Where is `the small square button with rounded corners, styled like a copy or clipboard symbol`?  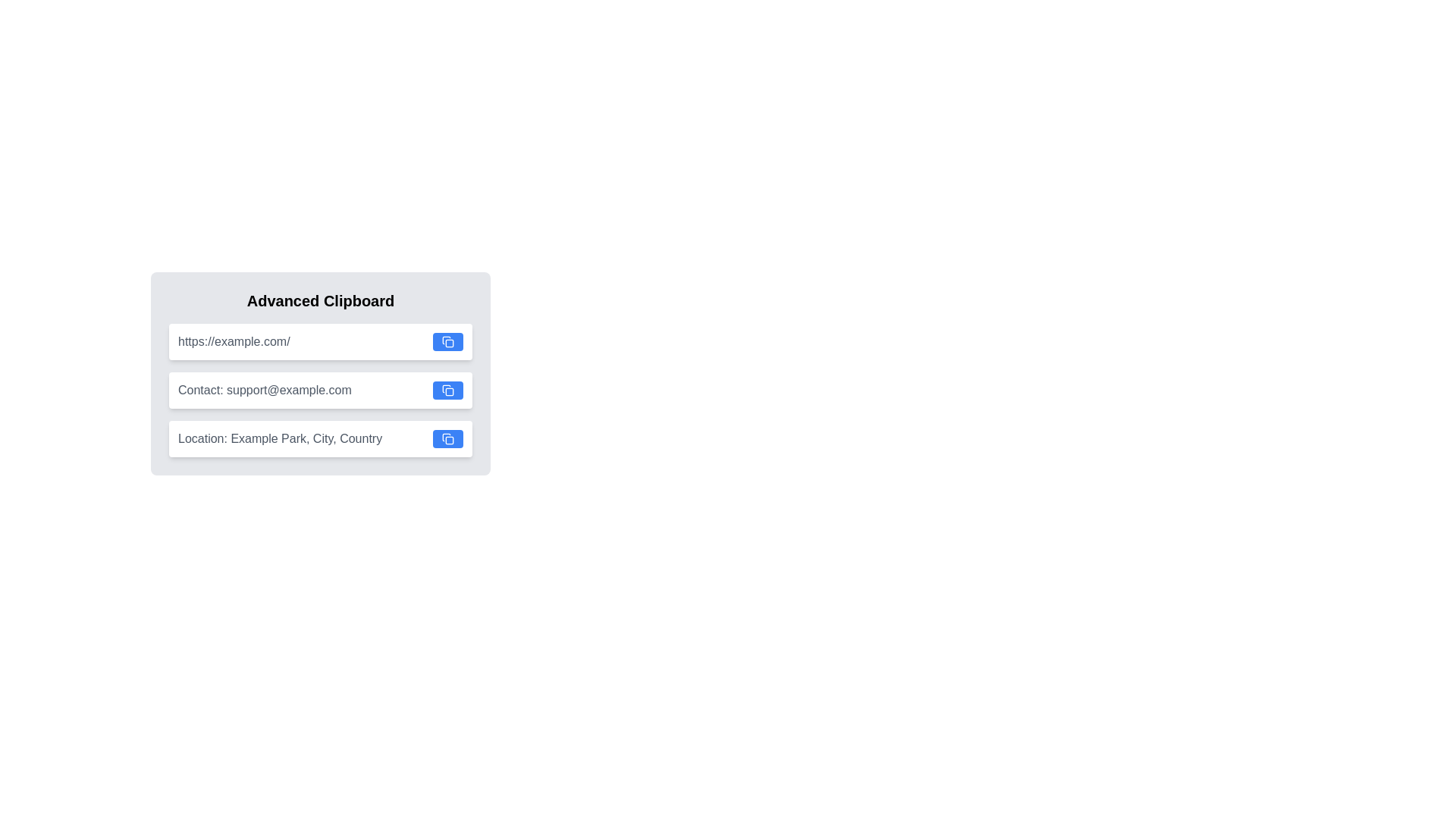
the small square button with rounded corners, styled like a copy or clipboard symbol is located at coordinates (447, 390).